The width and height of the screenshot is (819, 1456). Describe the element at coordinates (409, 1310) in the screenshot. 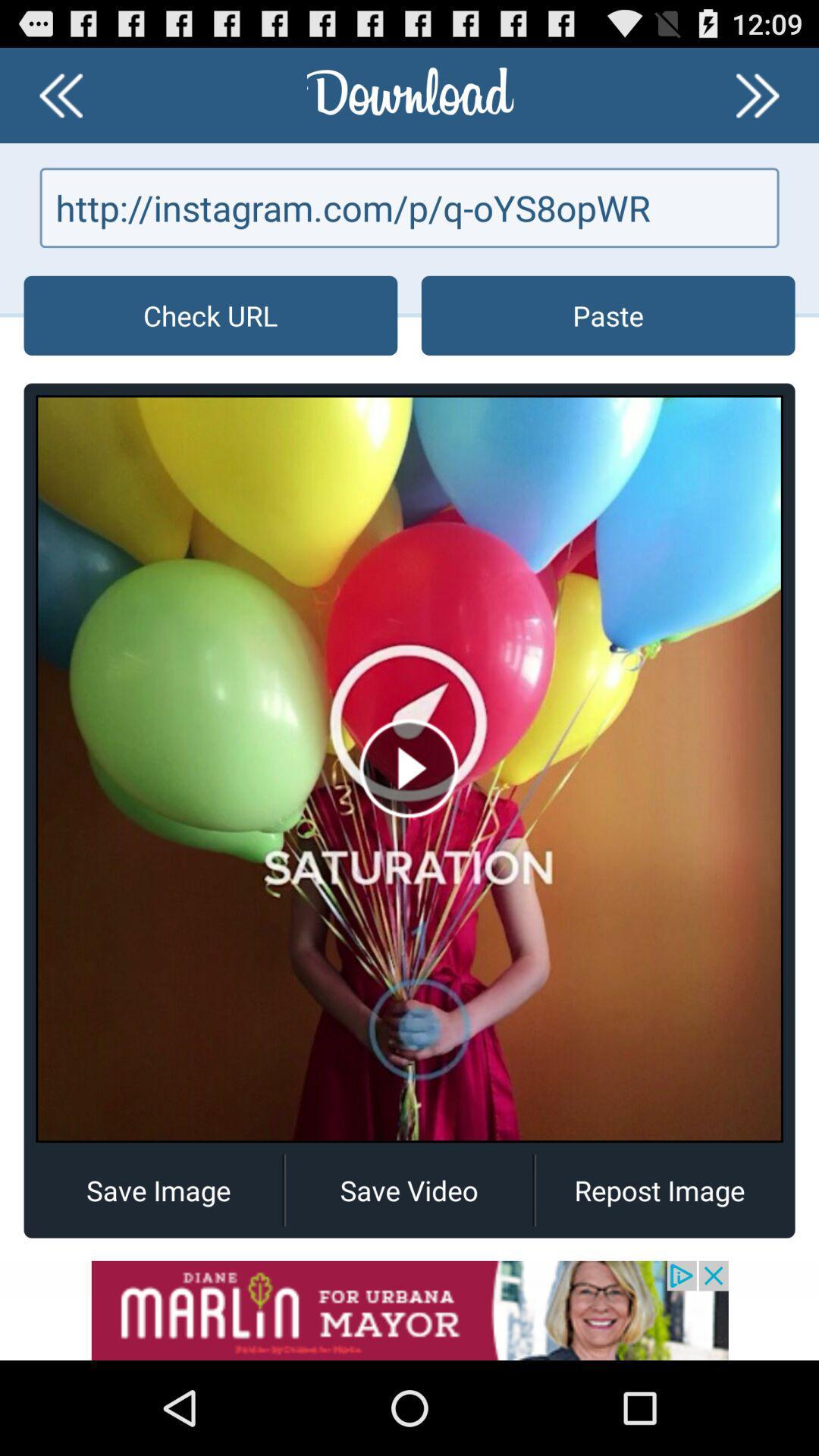

I see `open advertisement` at that location.